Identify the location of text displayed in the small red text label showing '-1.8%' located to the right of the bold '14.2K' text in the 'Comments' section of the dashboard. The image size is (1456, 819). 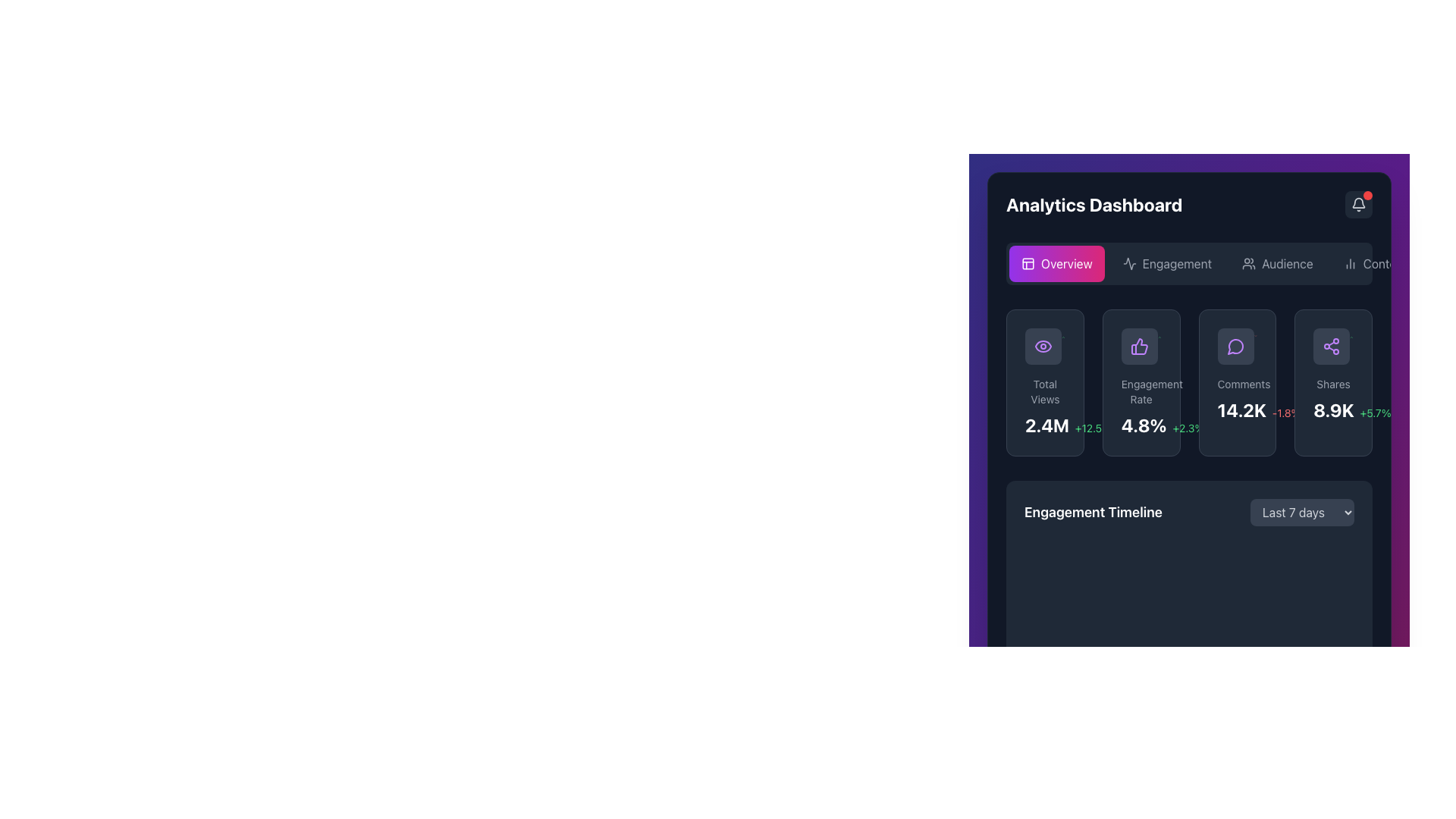
(1285, 413).